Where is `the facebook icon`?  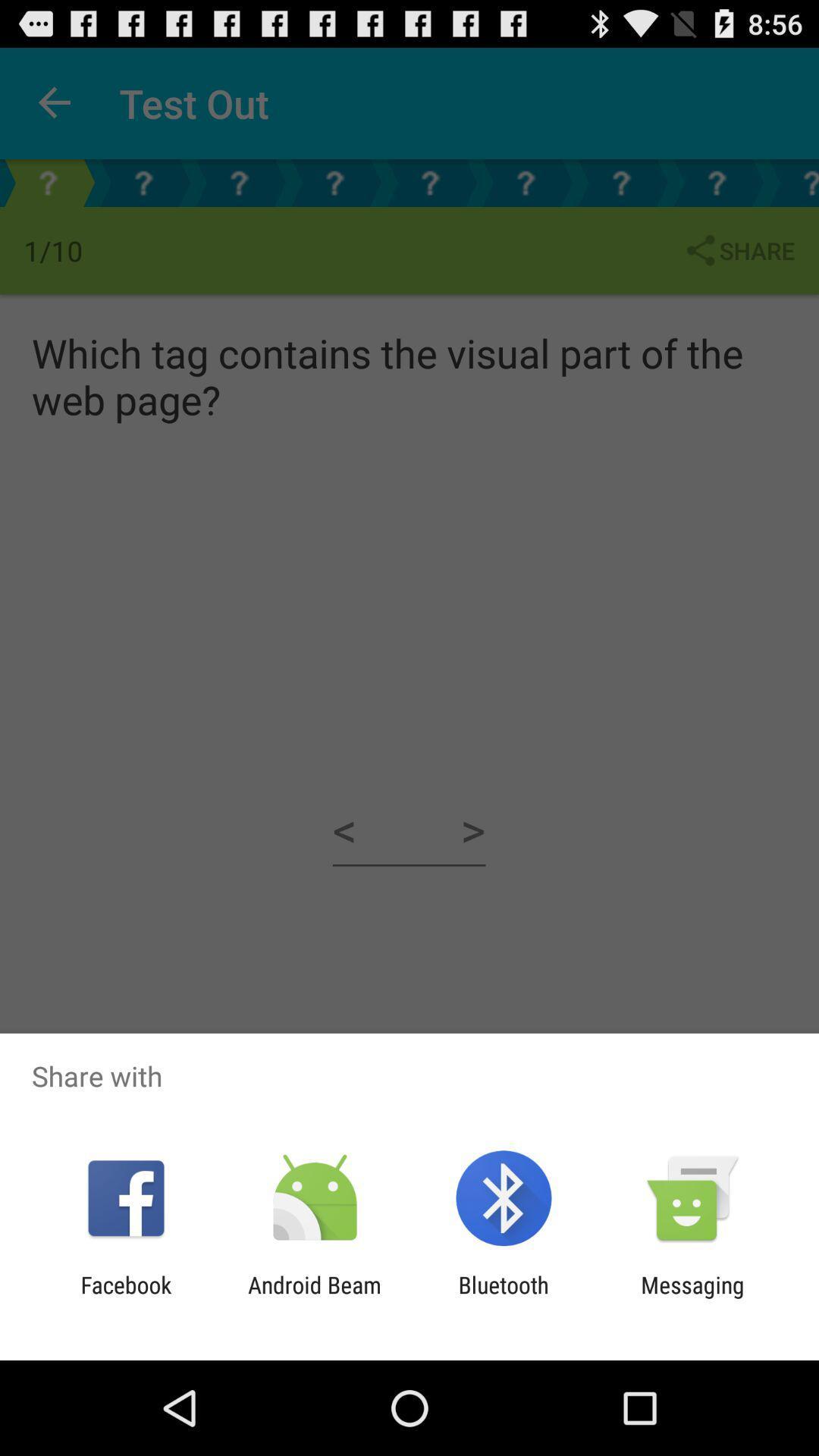 the facebook icon is located at coordinates (125, 1298).